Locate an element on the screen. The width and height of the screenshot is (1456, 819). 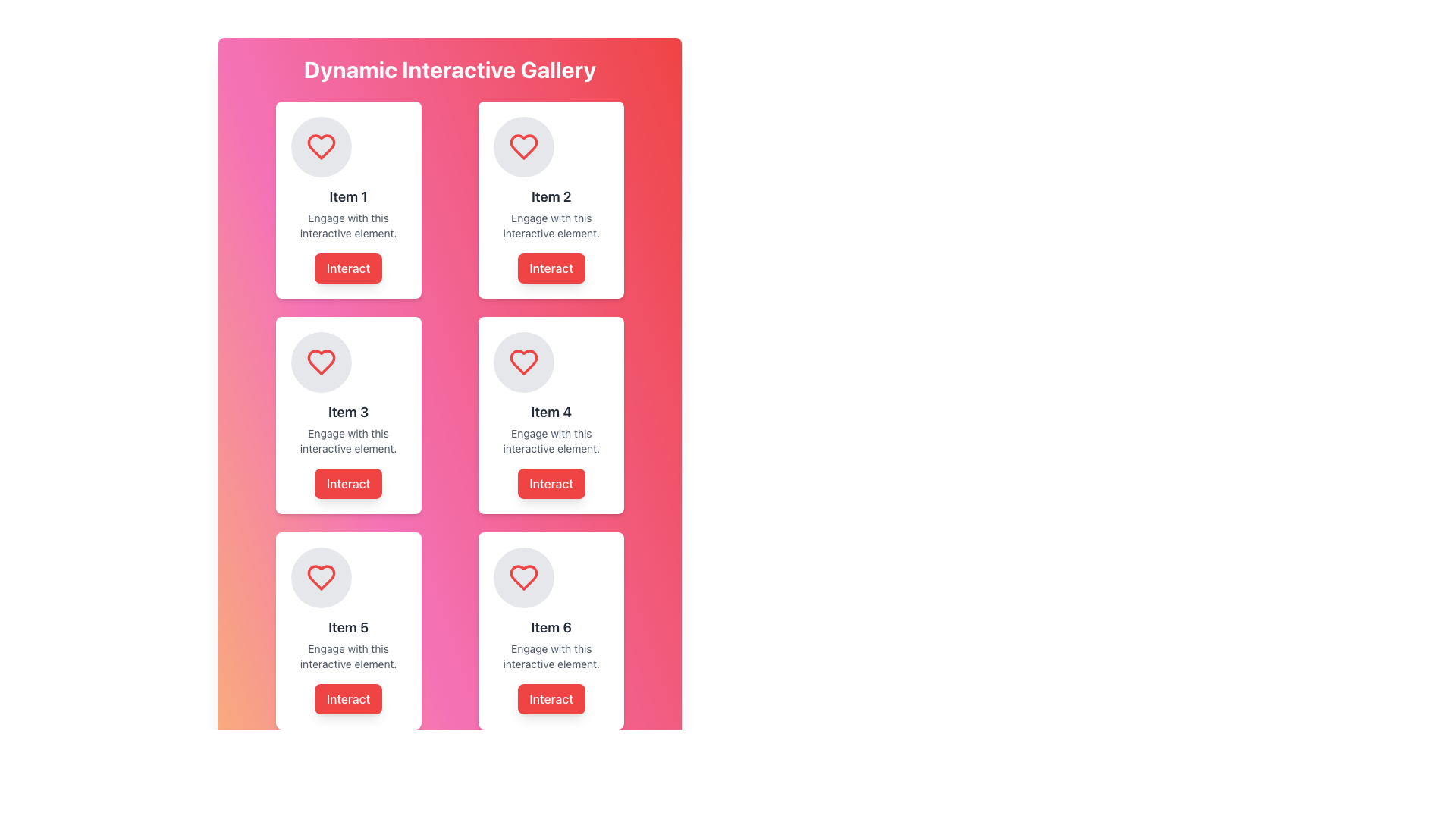
the Text Display element that provides details related to 'Item 3', positioned below the title and above the 'Interact' button is located at coordinates (347, 441).